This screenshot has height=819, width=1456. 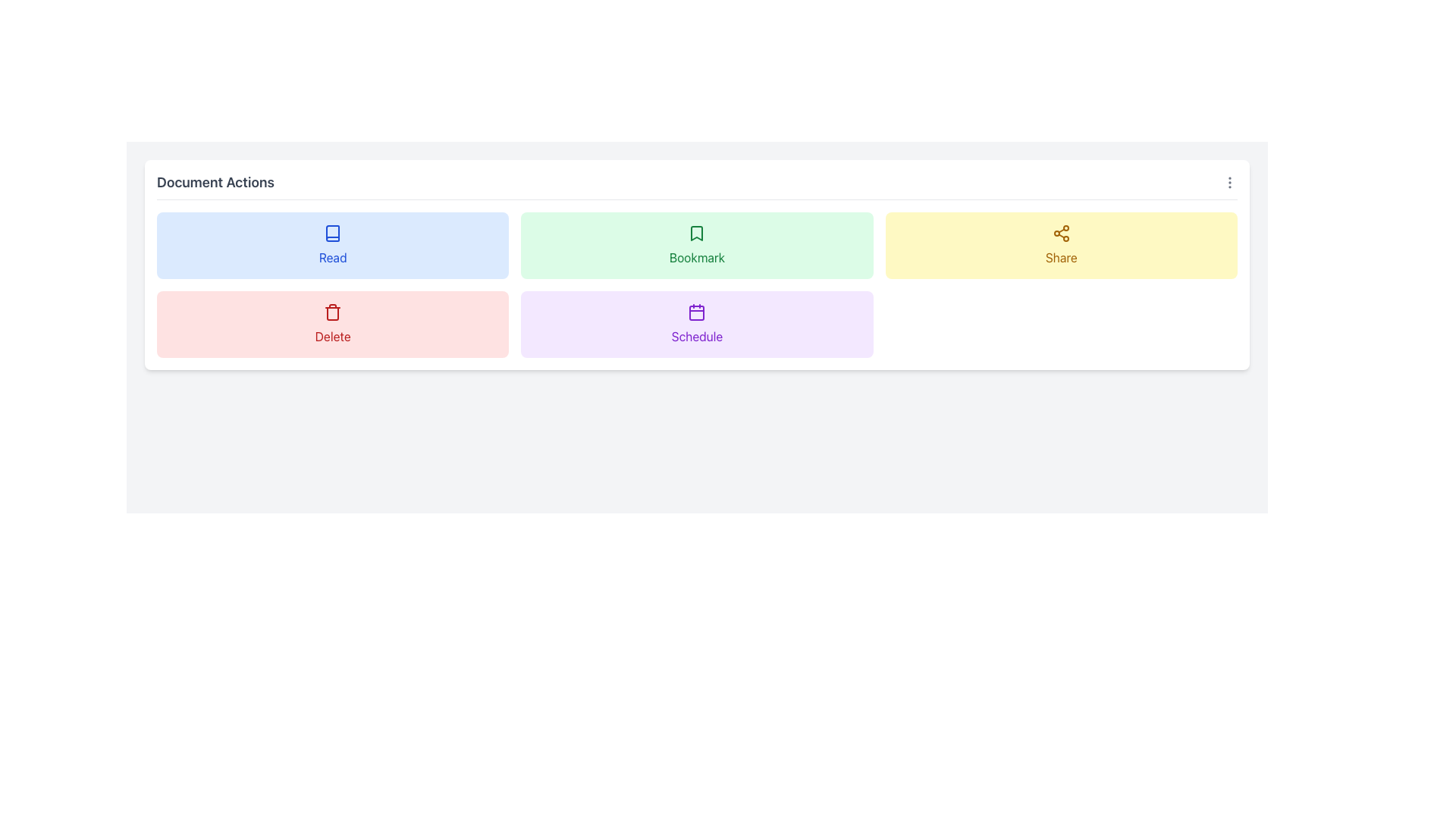 What do you see at coordinates (696, 324) in the screenshot?
I see `the scheduling button located in the center column of the second row of the grid layout, directly below the 'Bookmark' button and to the right of the 'Delete' button` at bounding box center [696, 324].